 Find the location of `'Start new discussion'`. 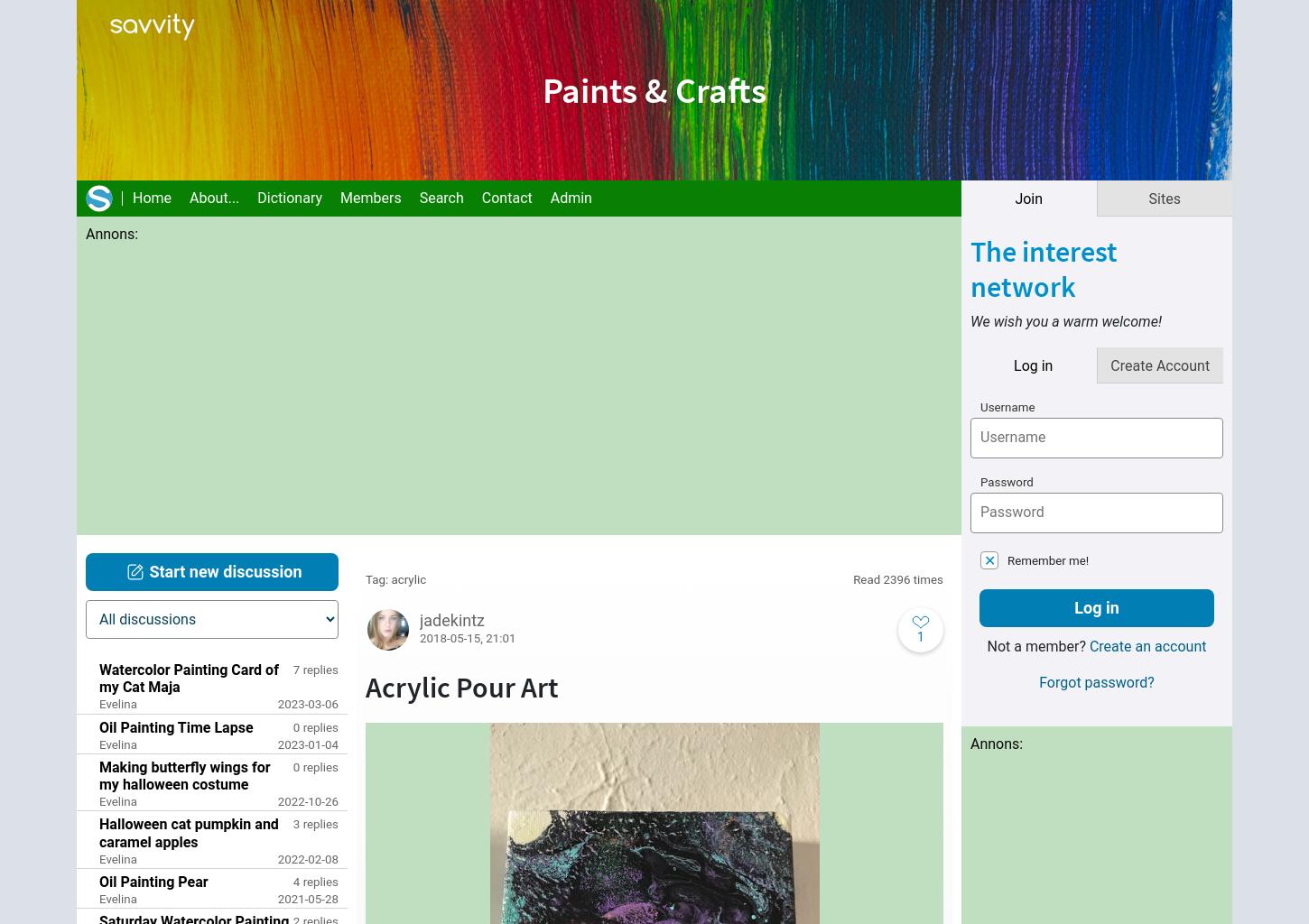

'Start new discussion' is located at coordinates (225, 571).